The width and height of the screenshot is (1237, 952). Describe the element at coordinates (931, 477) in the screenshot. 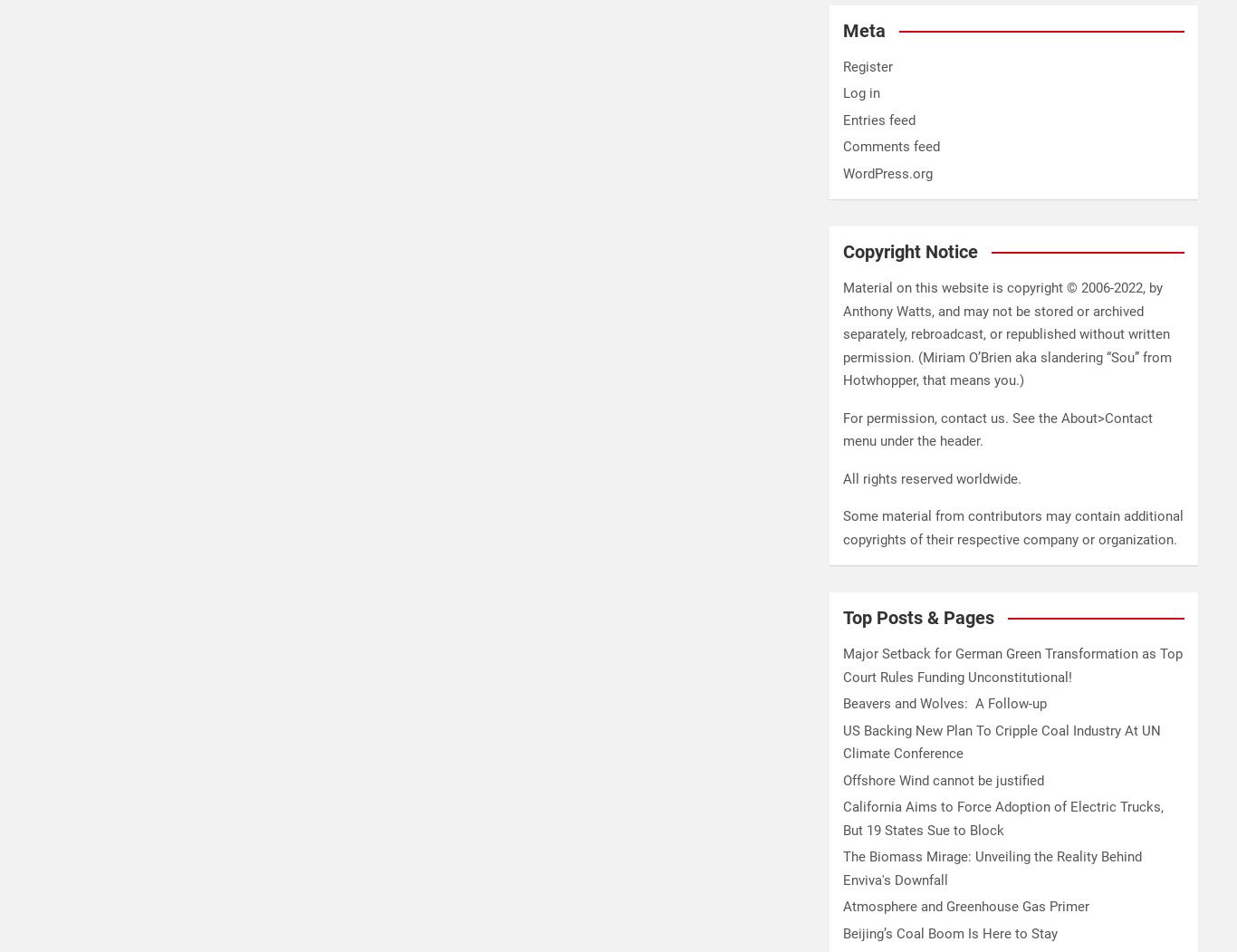

I see `'All rights reserved worldwide.'` at that location.